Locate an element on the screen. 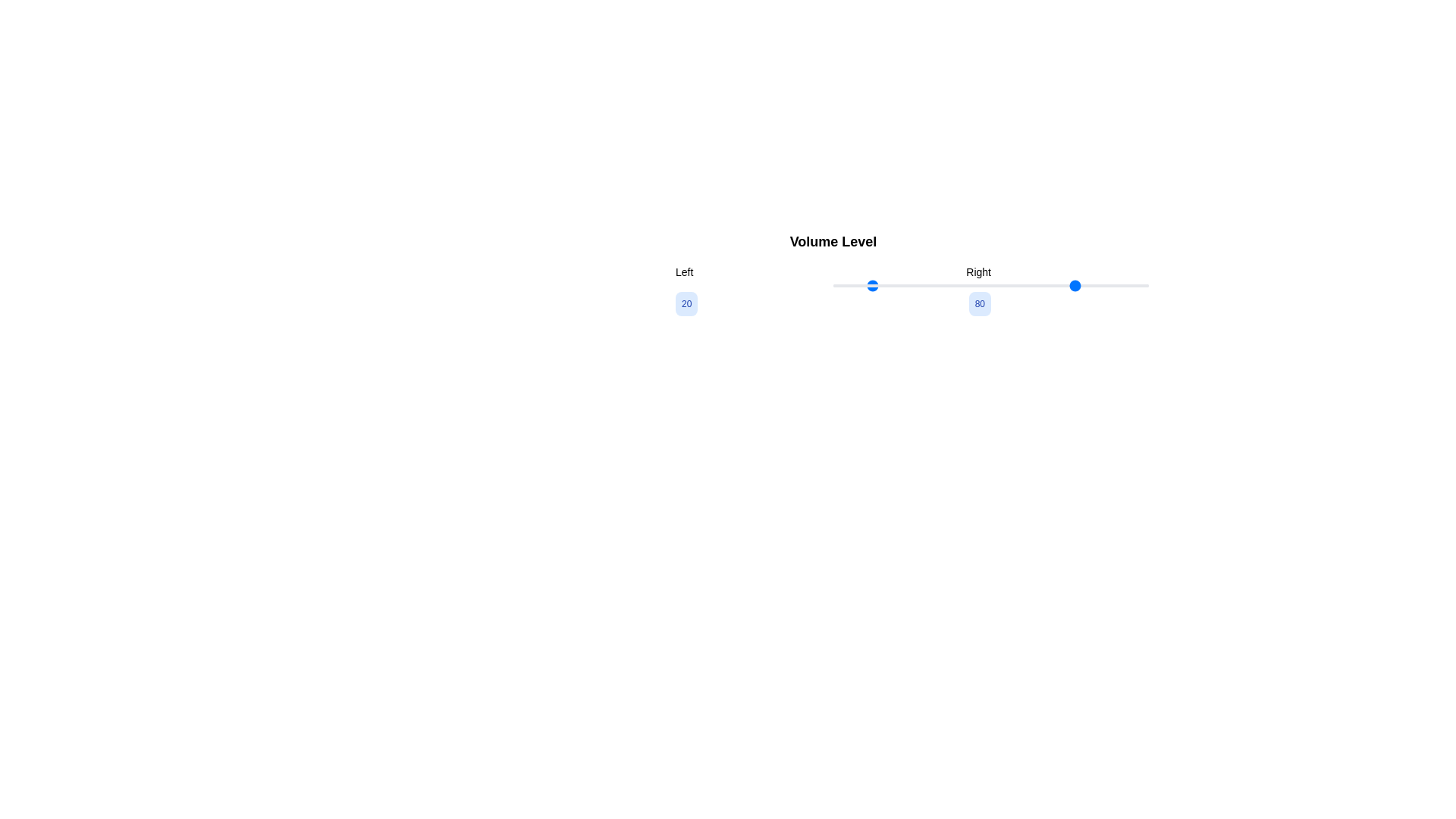 The height and width of the screenshot is (819, 1456). the slider value is located at coordinates (858, 286).